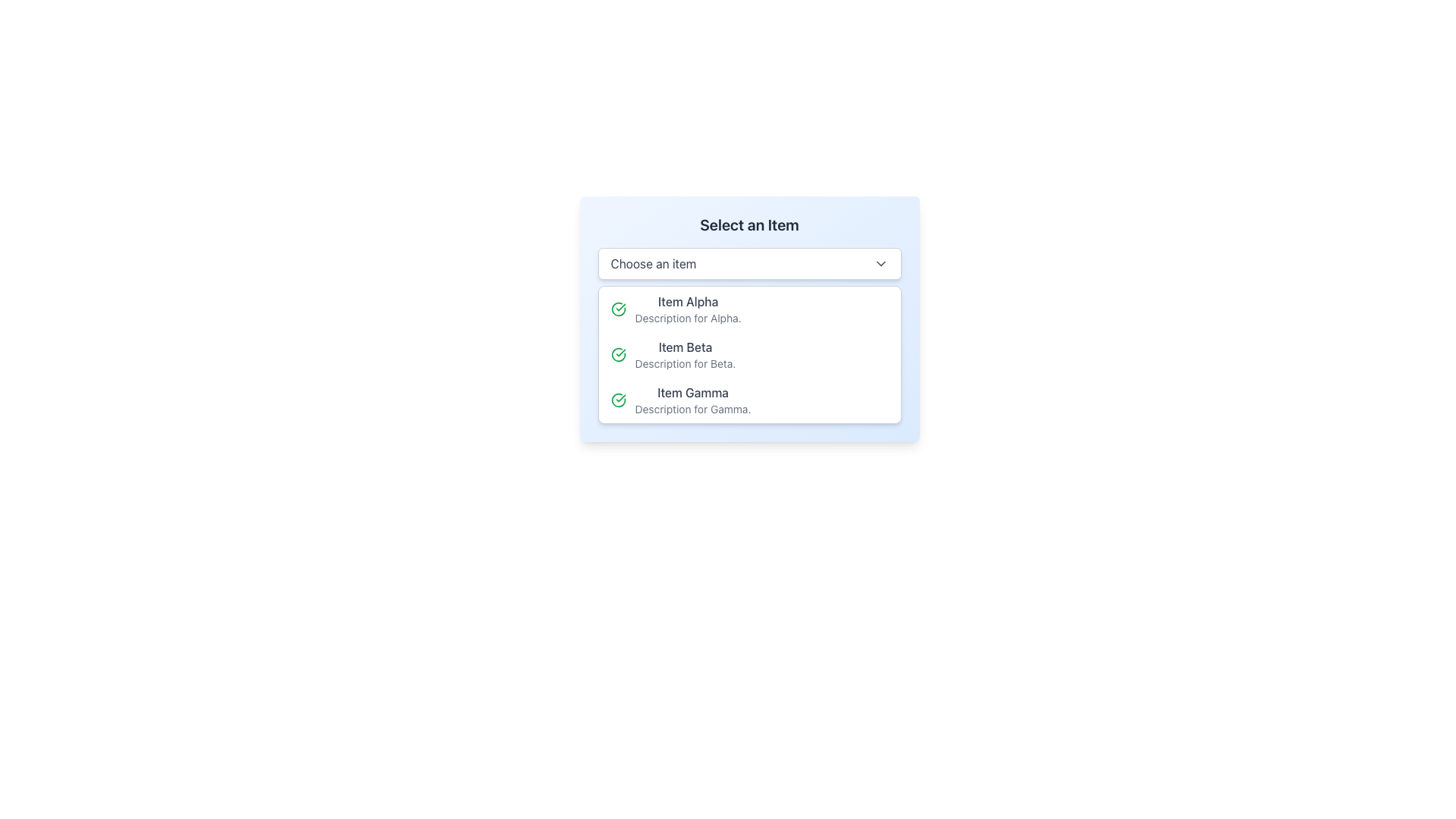 The width and height of the screenshot is (1456, 819). What do you see at coordinates (618, 309) in the screenshot?
I see `the green approval icon located to the left of the 'Item Alpha' text in the first item of the dropdown list under 'Select an Item'` at bounding box center [618, 309].